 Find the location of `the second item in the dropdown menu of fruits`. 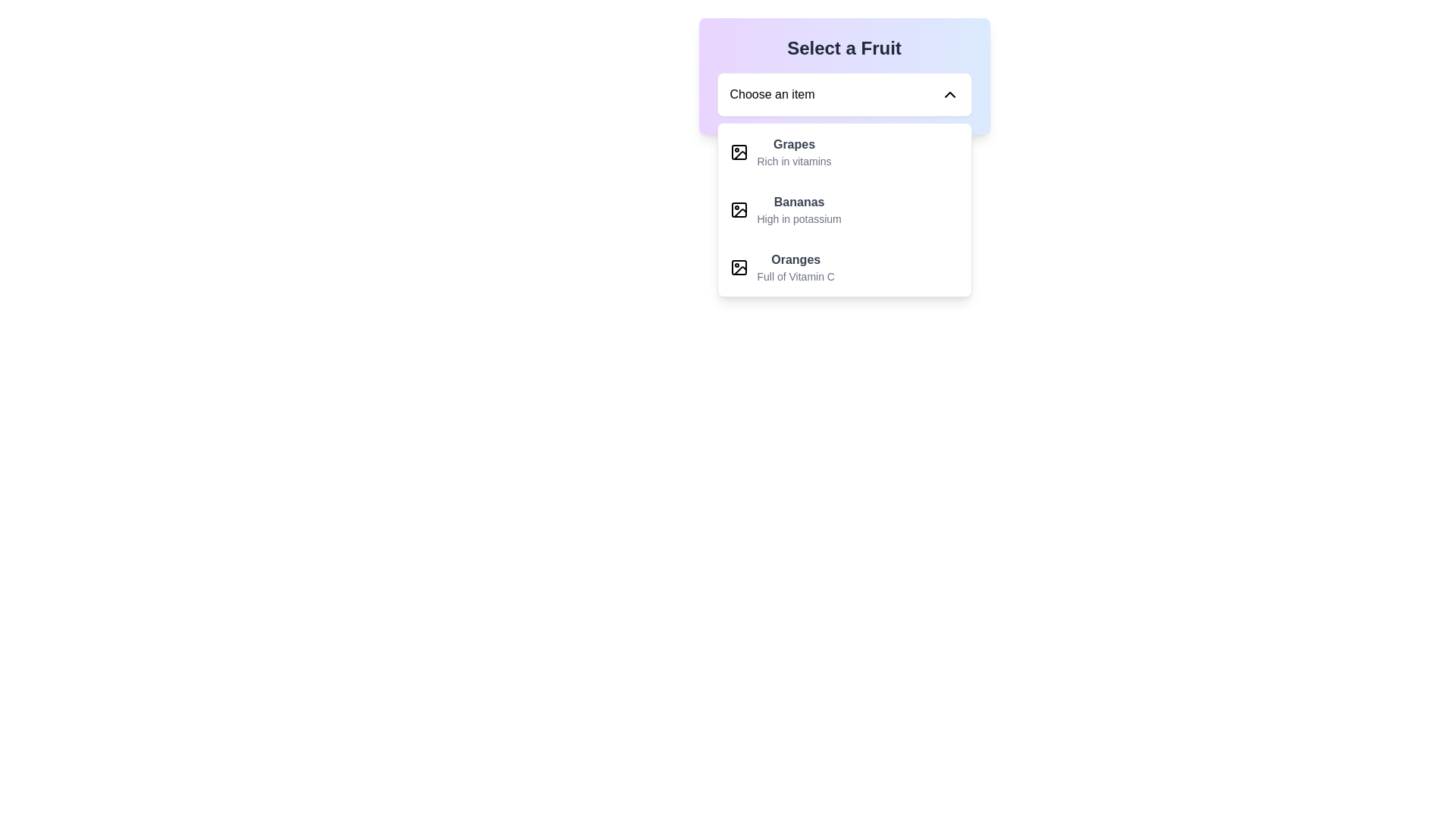

the second item in the dropdown menu of fruits is located at coordinates (843, 210).